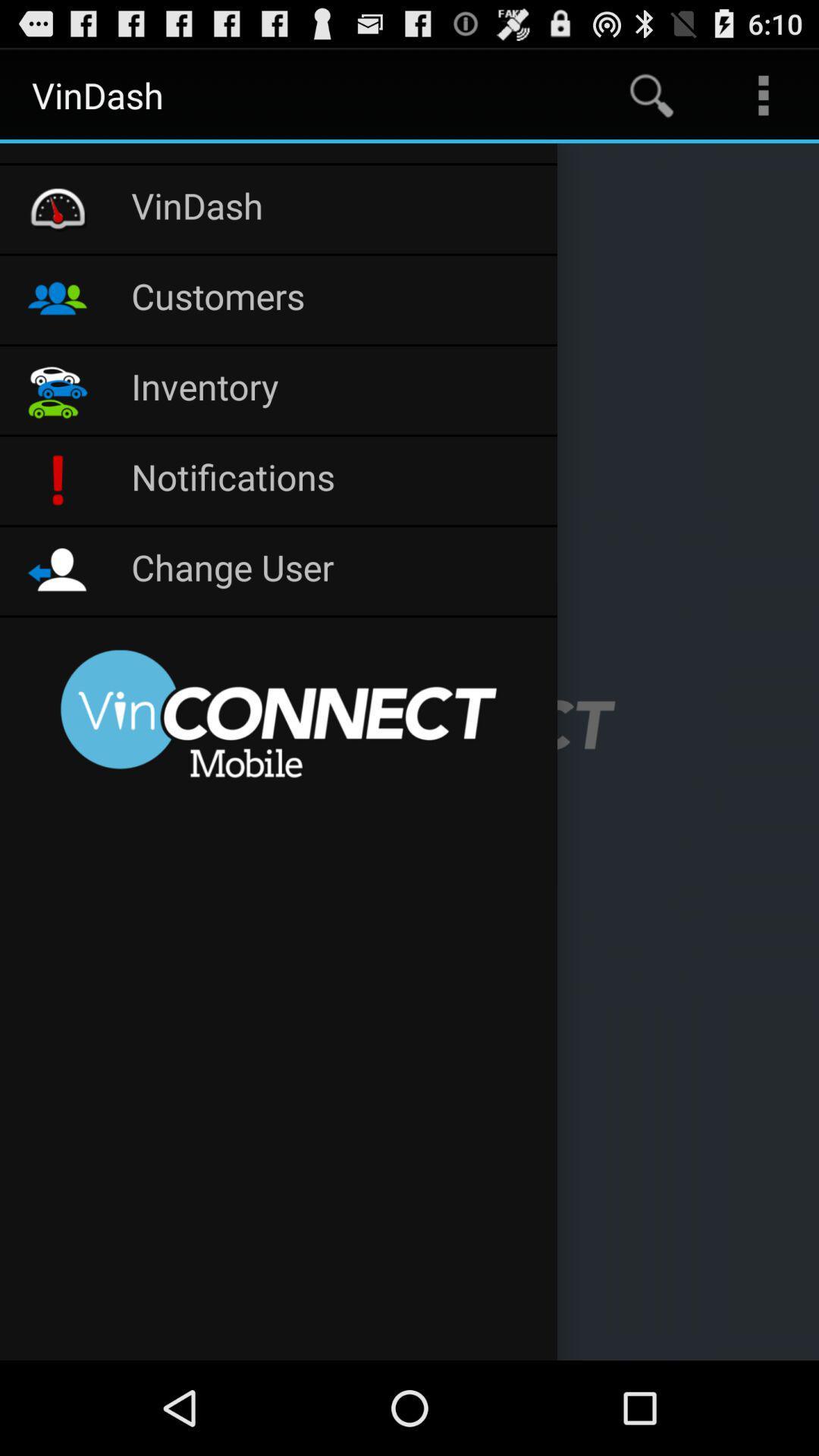  I want to click on item above the notifications app, so click(335, 390).